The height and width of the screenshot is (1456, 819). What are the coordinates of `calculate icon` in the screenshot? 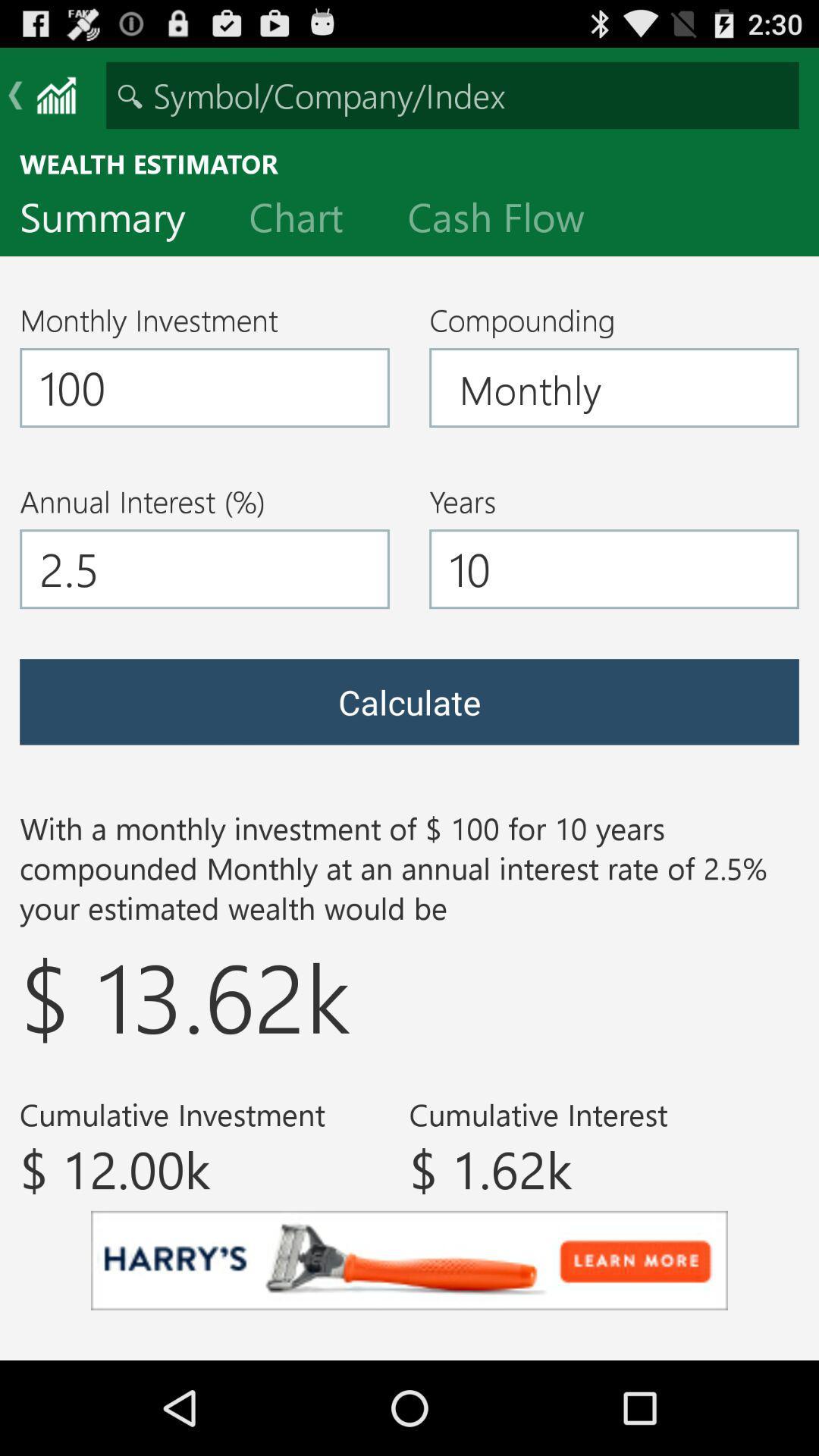 It's located at (409, 701).